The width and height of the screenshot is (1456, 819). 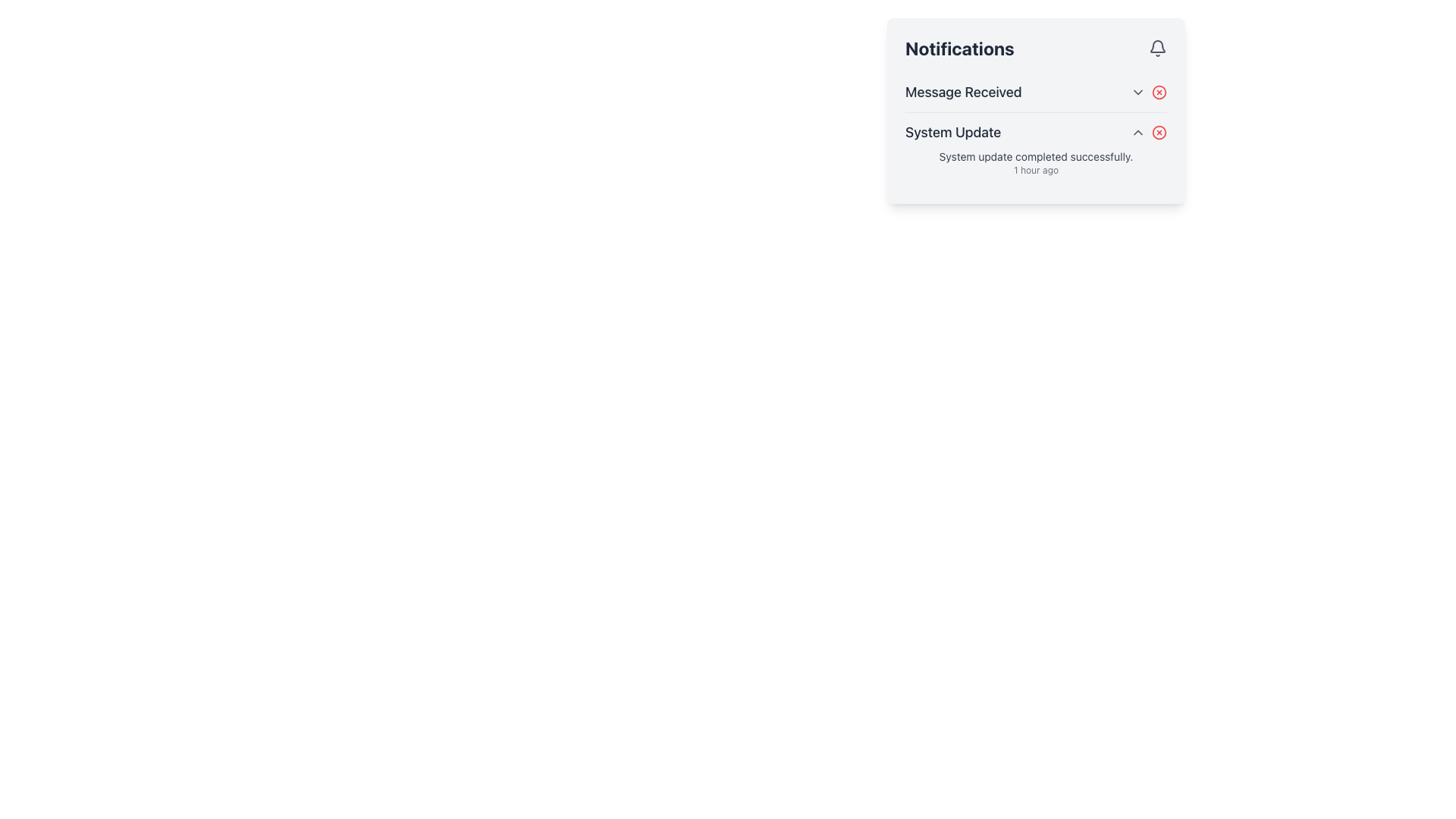 I want to click on the dismiss button located on the right-hand side of the 'System Update' notification in the 'Notifications' panel, so click(x=1159, y=131).